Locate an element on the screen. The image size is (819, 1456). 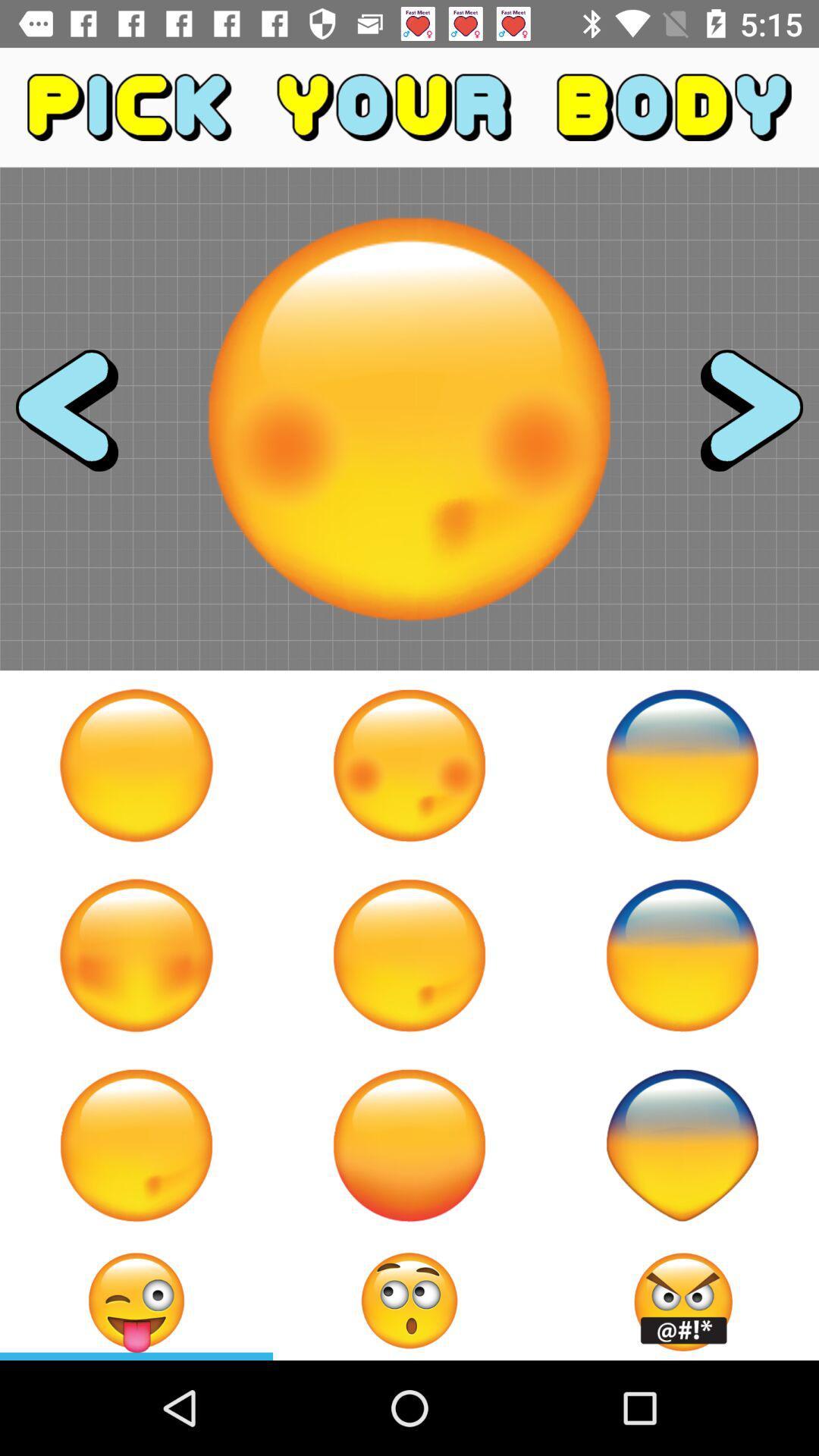
go back is located at coordinates (80, 419).